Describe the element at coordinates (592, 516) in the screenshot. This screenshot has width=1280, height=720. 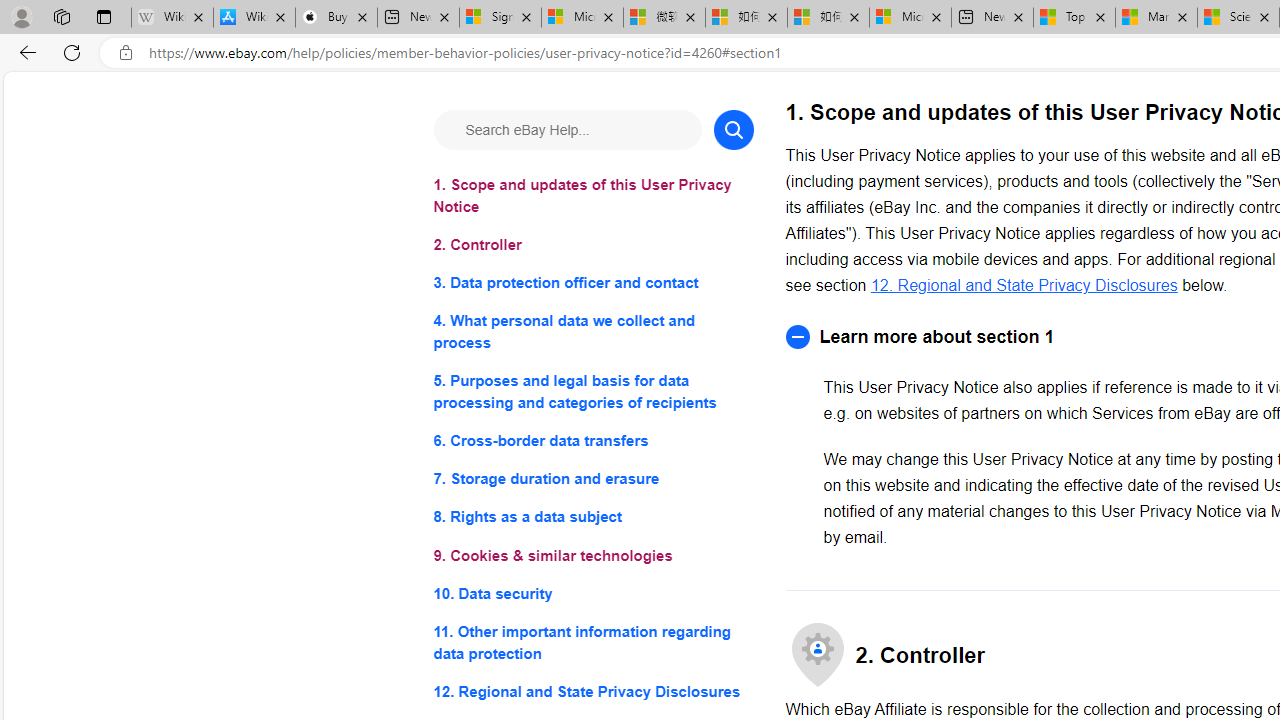
I see `'8. Rights as a data subject'` at that location.